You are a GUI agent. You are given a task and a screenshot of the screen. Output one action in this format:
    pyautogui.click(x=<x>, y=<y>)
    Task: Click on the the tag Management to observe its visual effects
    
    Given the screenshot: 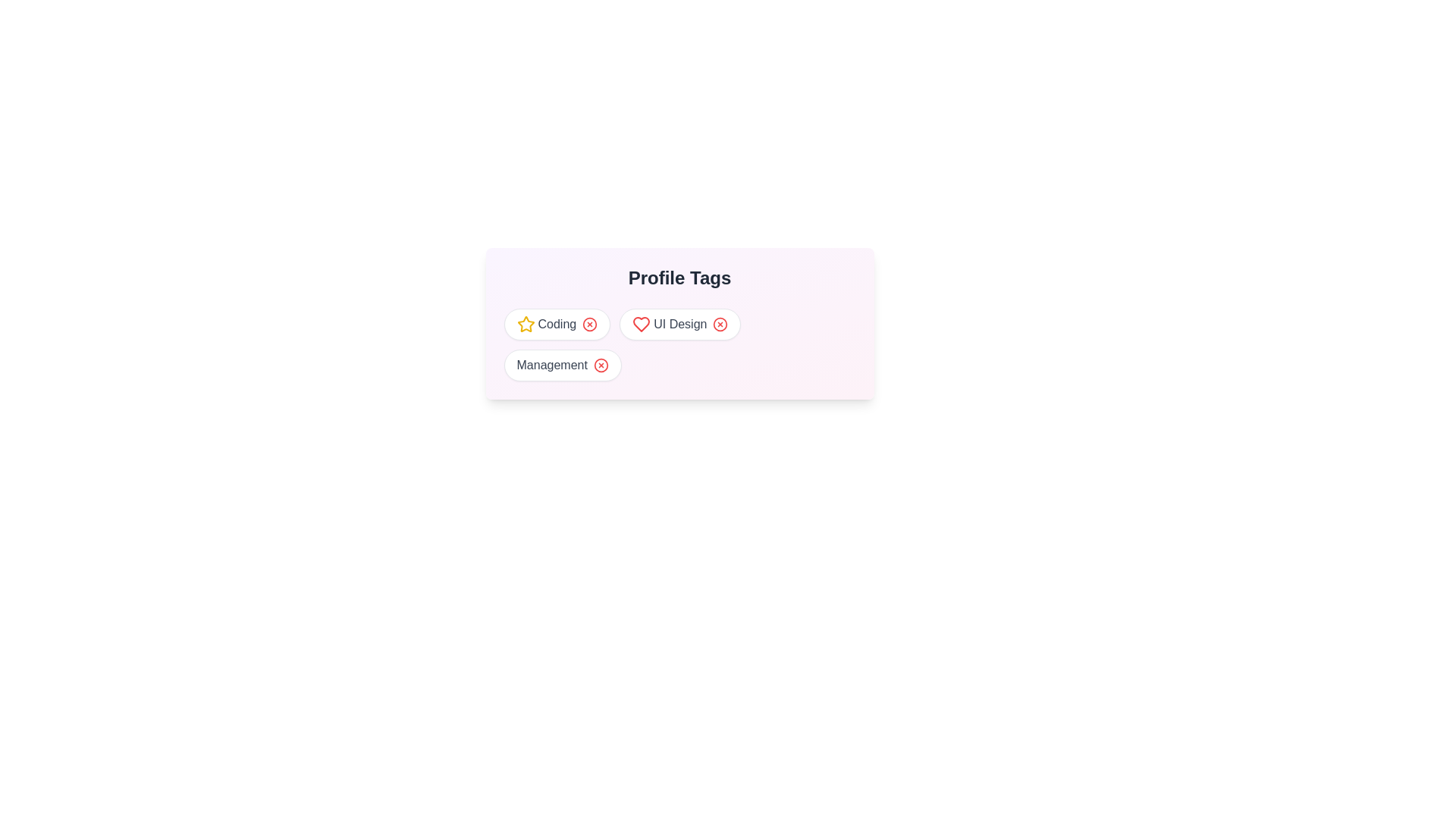 What is the action you would take?
    pyautogui.click(x=562, y=366)
    